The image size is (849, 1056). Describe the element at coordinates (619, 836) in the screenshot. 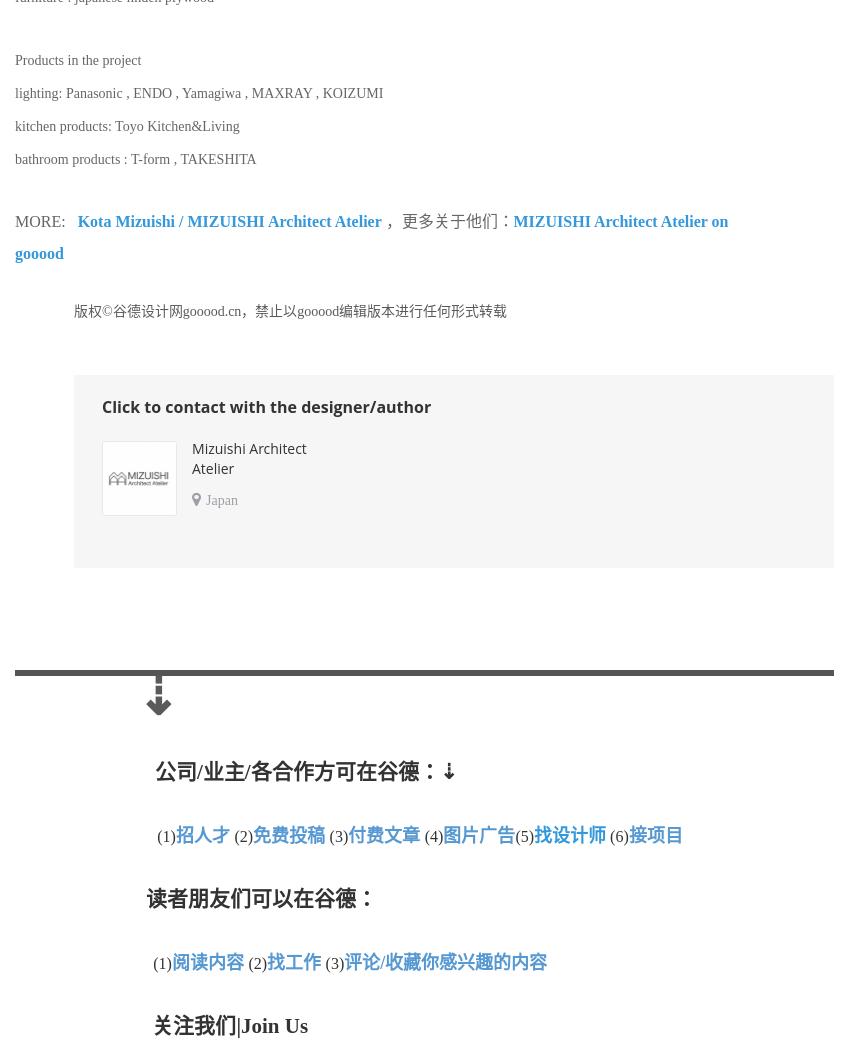

I see `'(6)'` at that location.